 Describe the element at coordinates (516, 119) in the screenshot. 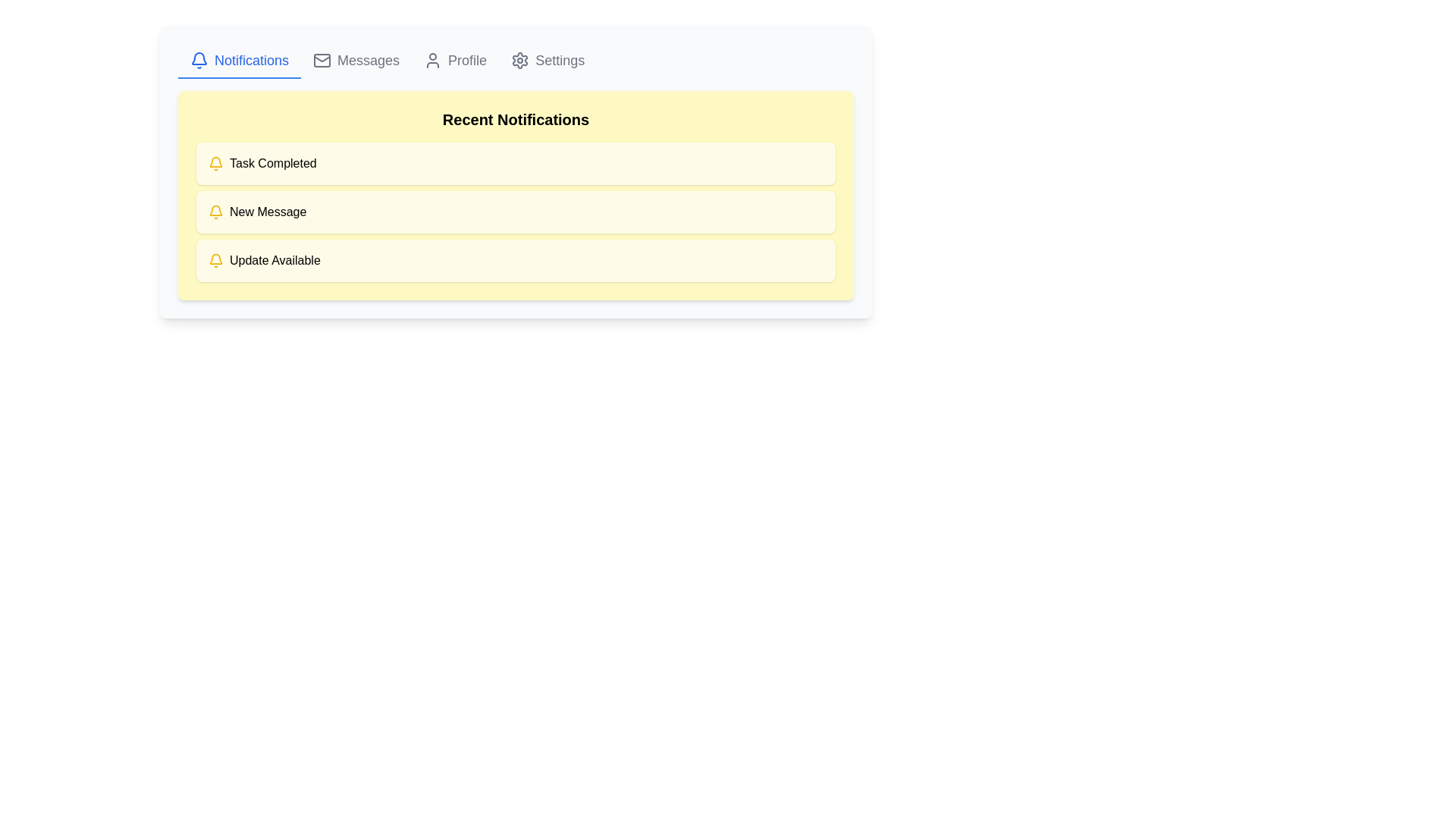

I see `the 'Recent Notifications' header located at the top of the yellow notification section` at that location.